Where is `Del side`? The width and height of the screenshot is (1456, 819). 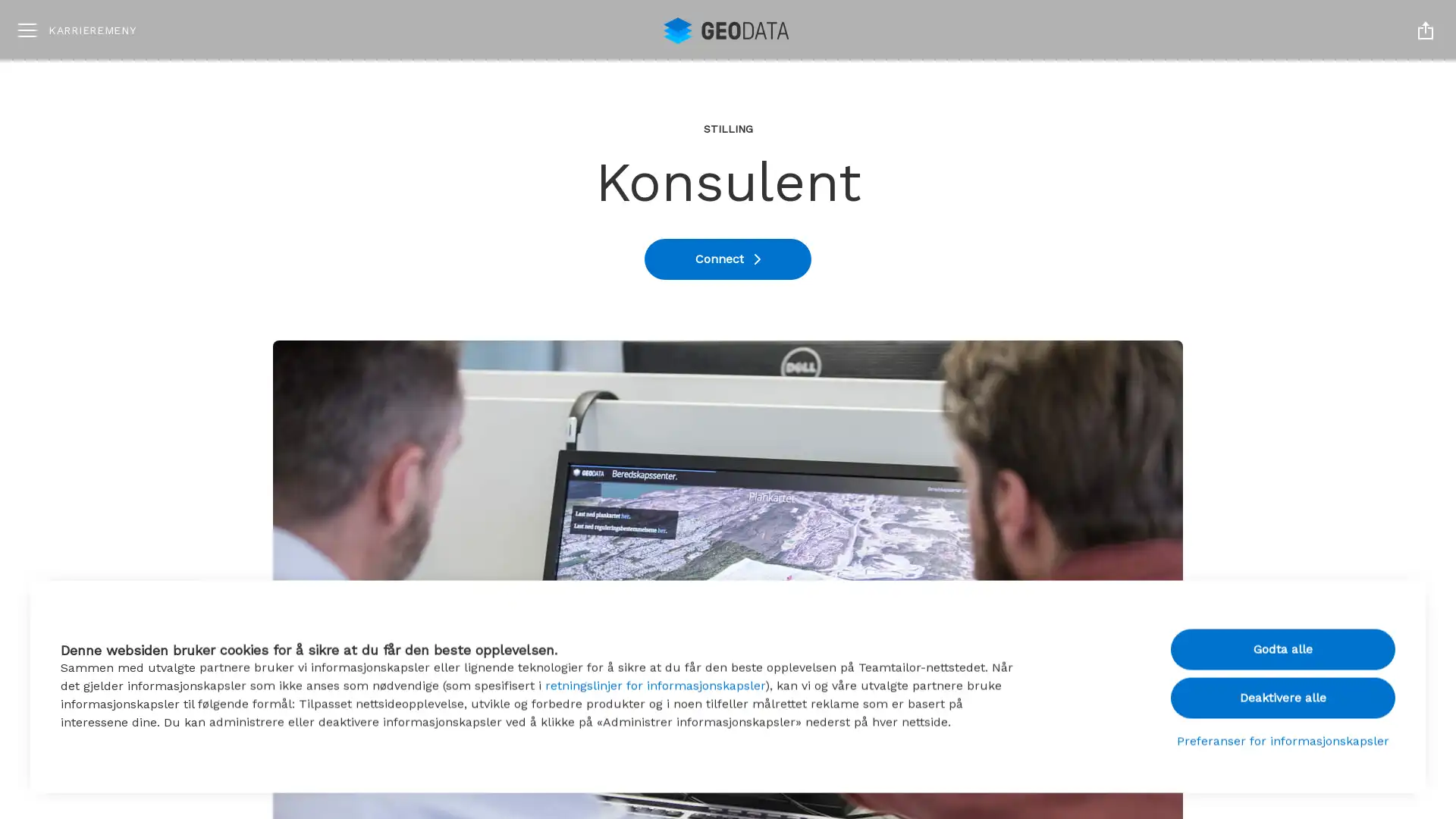 Del side is located at coordinates (1425, 30).